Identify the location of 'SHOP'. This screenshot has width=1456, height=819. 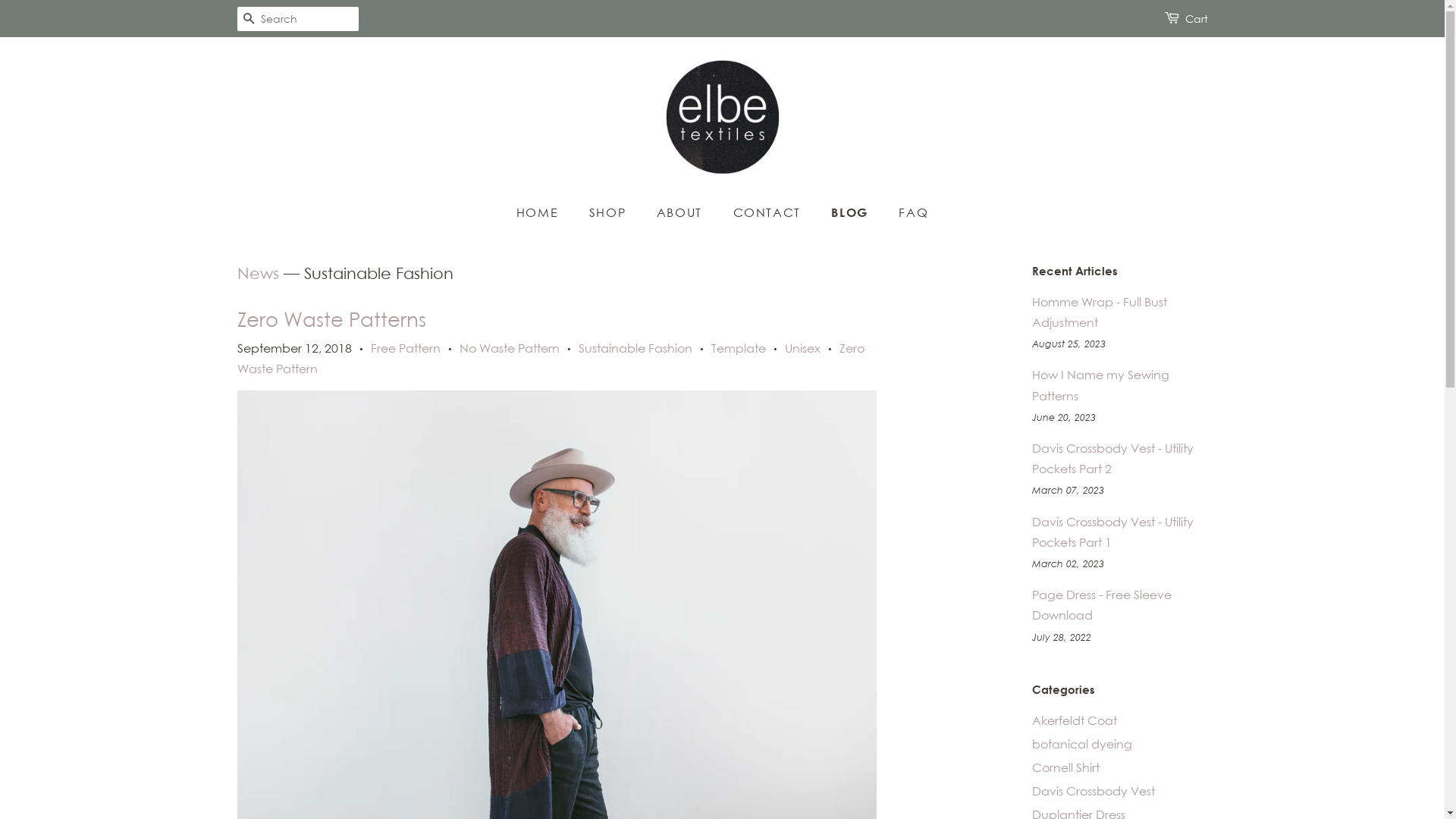
(609, 212).